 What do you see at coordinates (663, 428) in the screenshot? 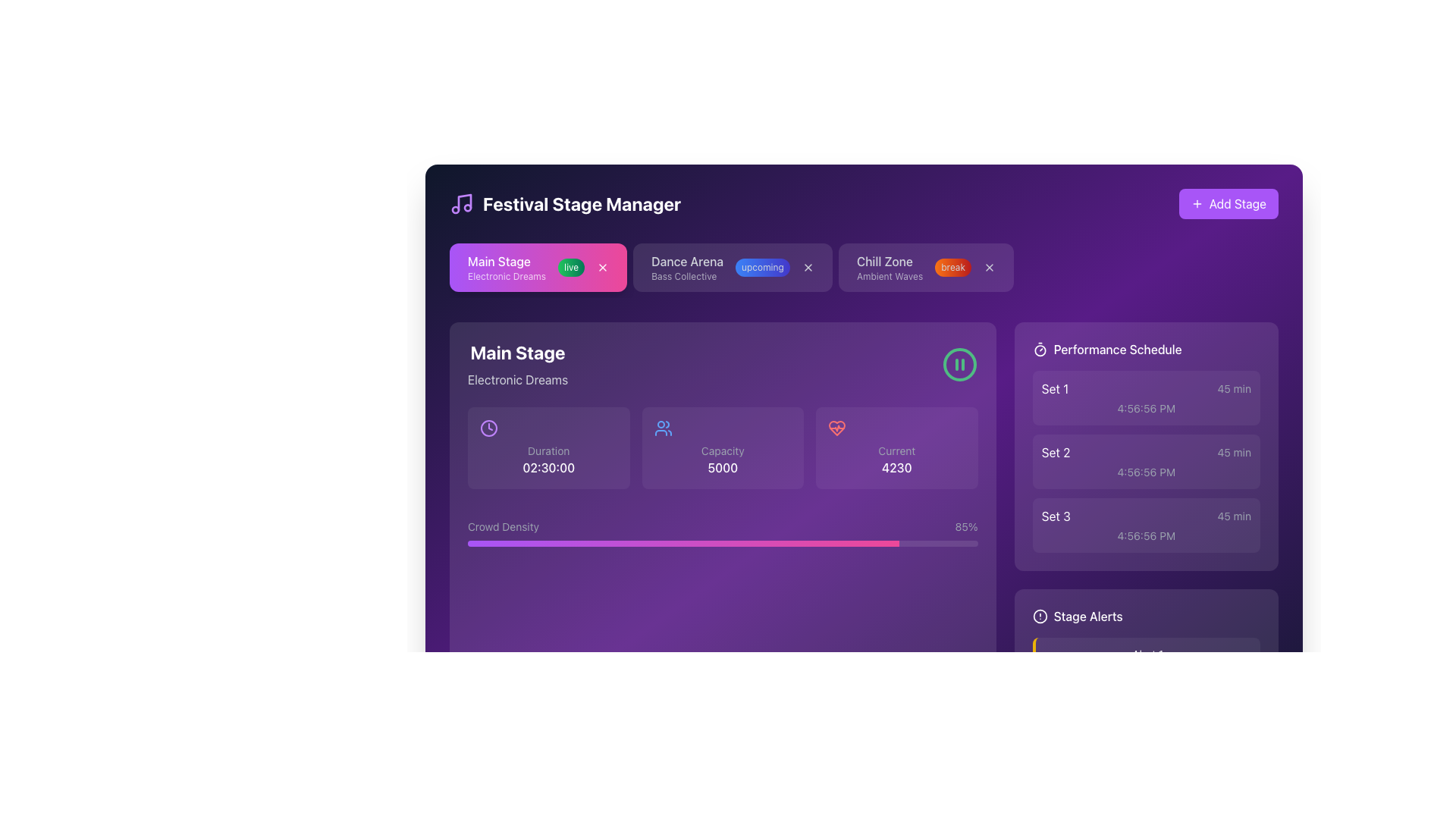
I see `capacity icon located in the second data card under the 'Main Stage' section, which symbolizes the number of attendees and is positioned directly above the numerical value '5000'` at bounding box center [663, 428].